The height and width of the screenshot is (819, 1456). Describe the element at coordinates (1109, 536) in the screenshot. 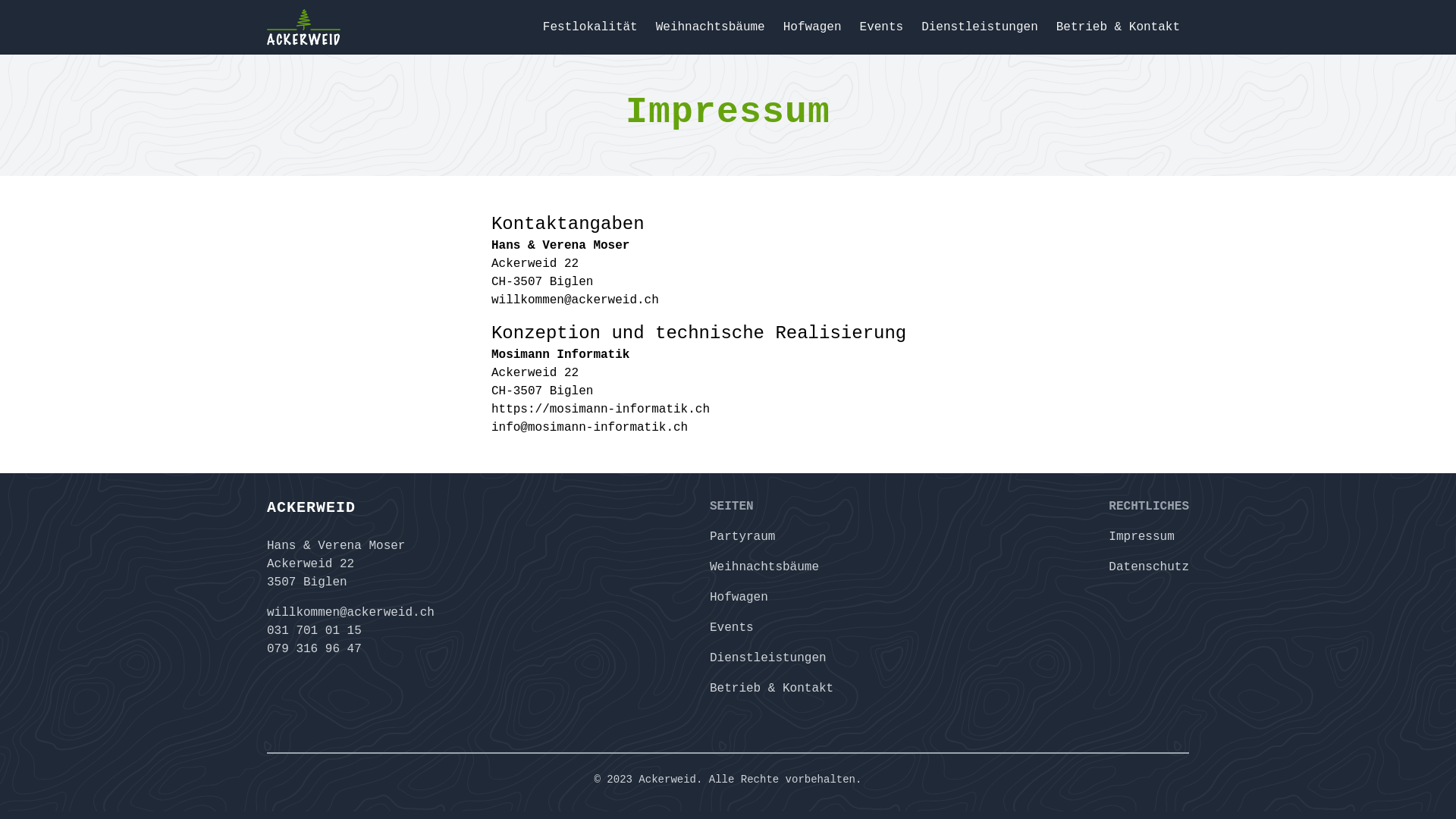

I see `'Impressum'` at that location.